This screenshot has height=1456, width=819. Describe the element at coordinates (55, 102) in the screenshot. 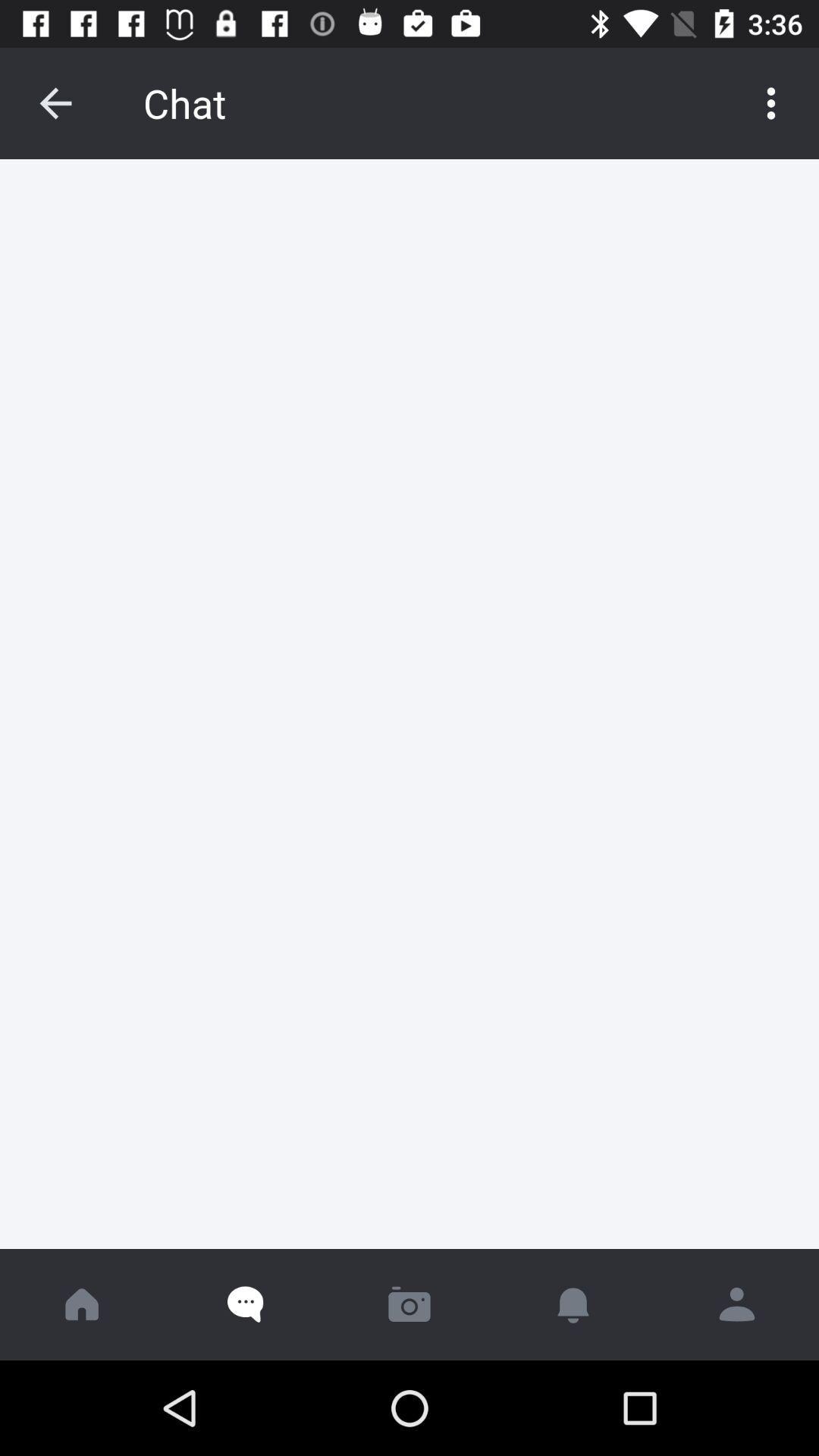

I see `the item next to the chat item` at that location.